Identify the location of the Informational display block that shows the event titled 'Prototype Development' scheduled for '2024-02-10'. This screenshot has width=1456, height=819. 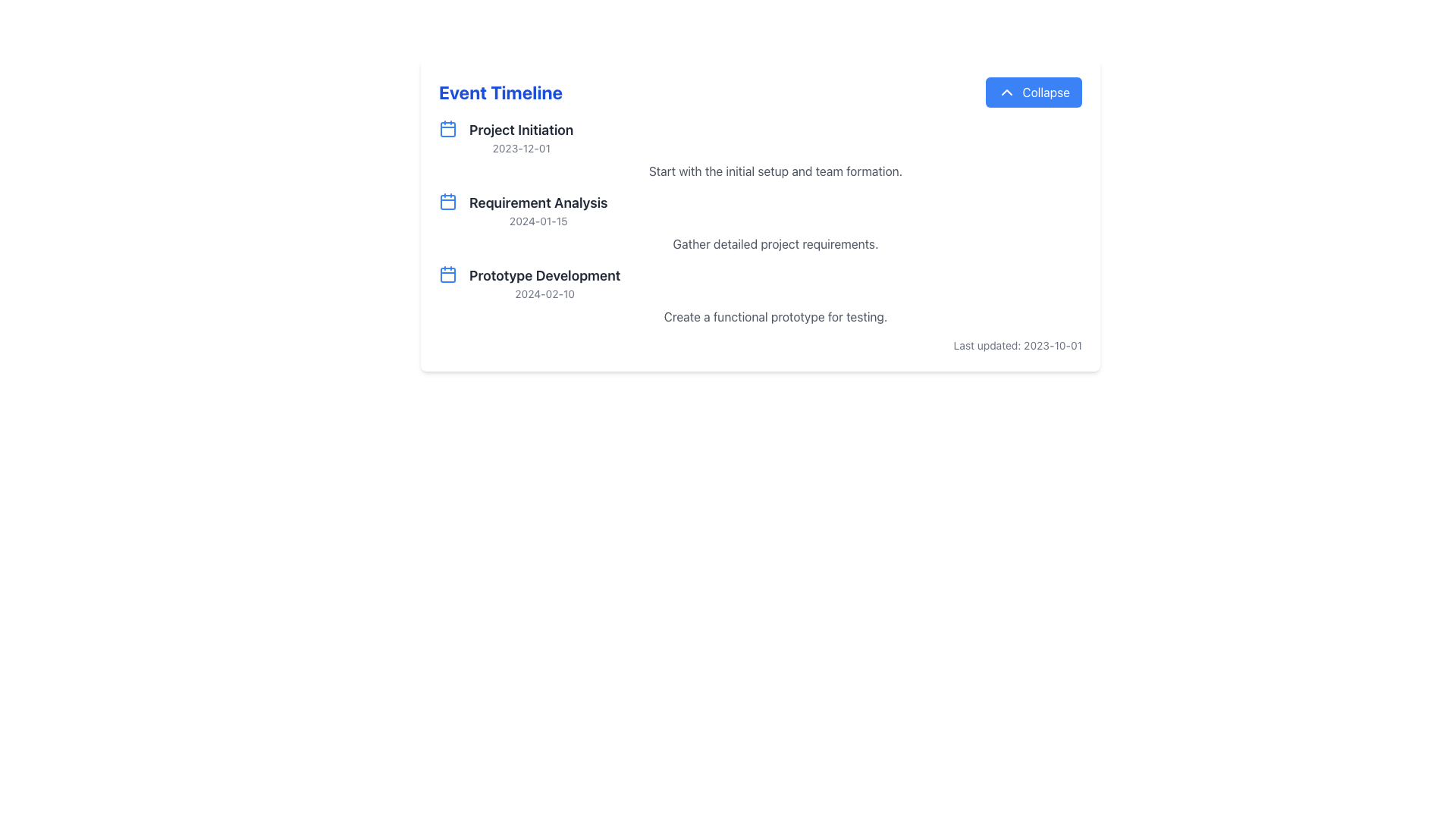
(761, 284).